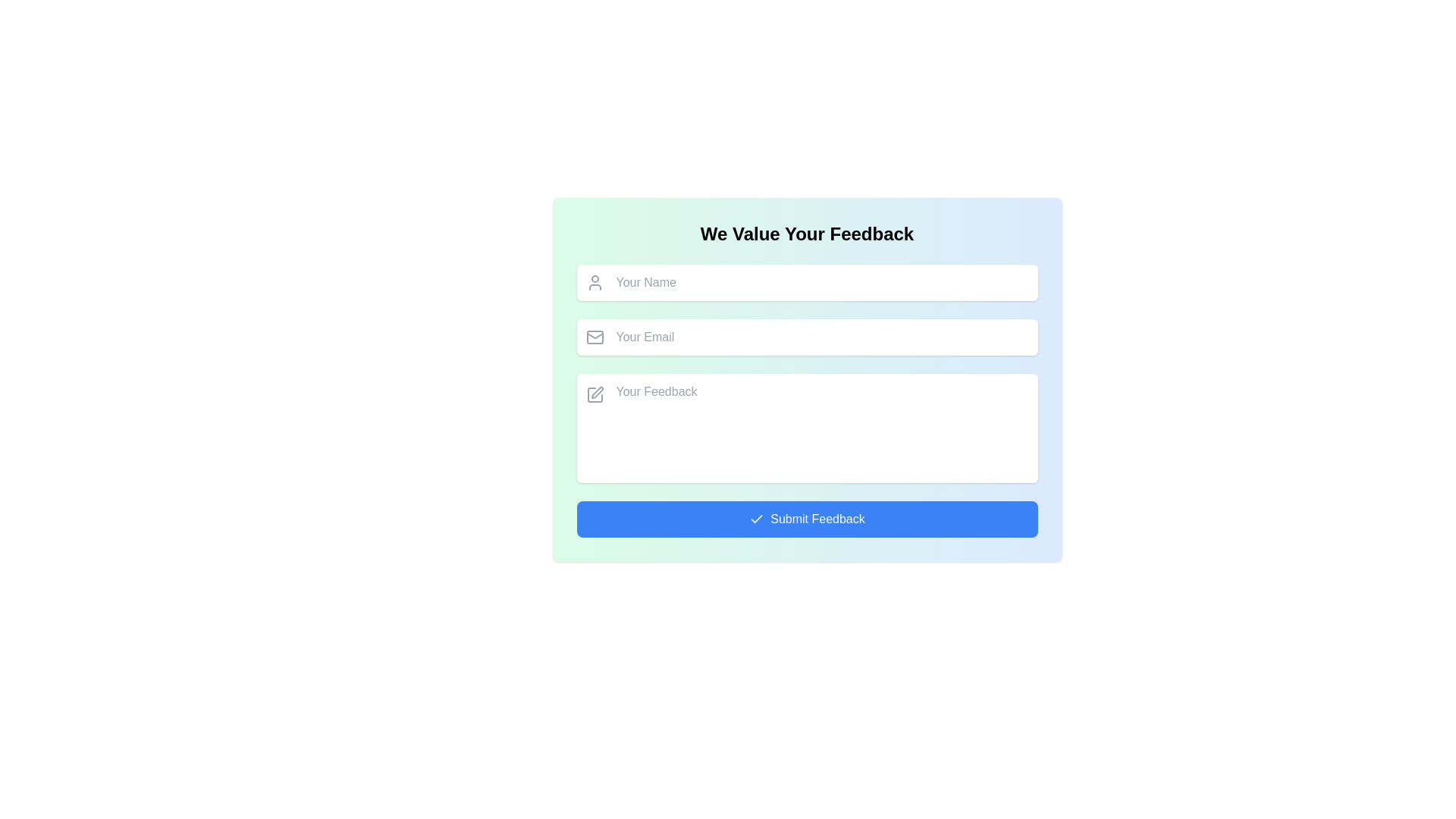  Describe the element at coordinates (757, 519) in the screenshot. I see `the checkmark icon on the left side of the 'Submit Feedback' button, which signifies confirmation of a successful action` at that location.